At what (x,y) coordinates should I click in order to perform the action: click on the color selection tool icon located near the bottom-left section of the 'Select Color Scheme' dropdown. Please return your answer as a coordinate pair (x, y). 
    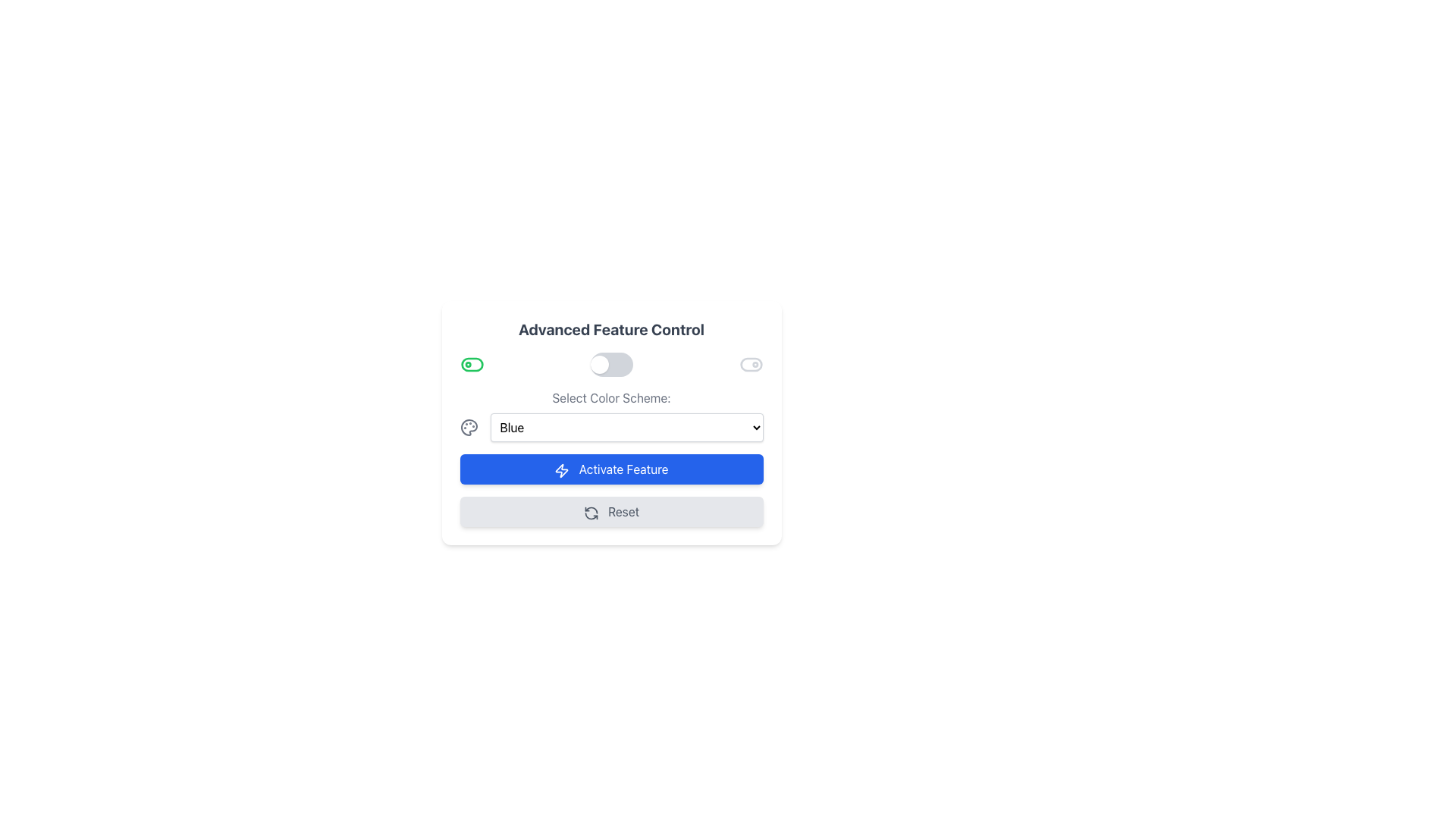
    Looking at the image, I should click on (468, 427).